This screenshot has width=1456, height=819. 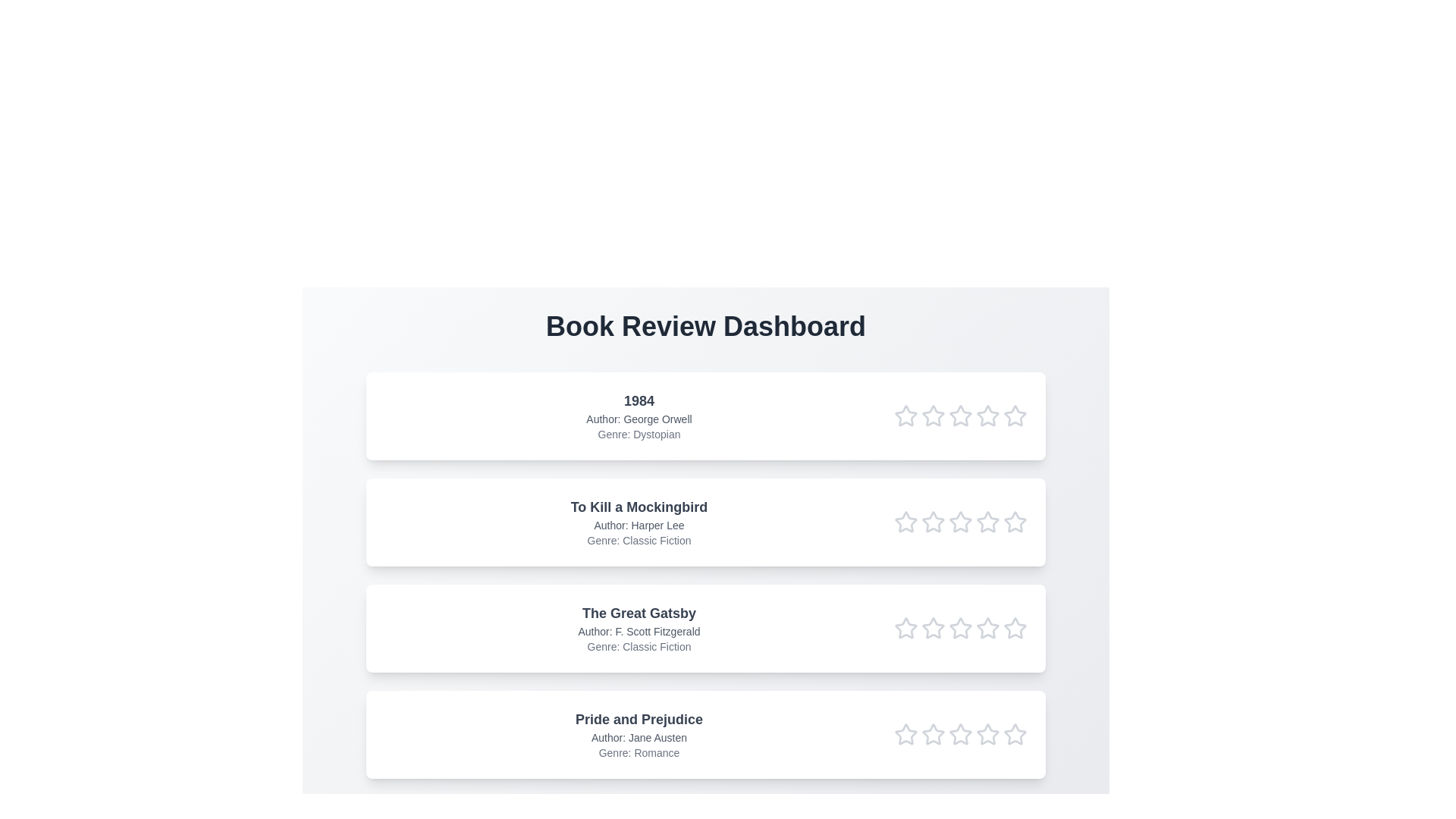 I want to click on the star corresponding to 2 in the rating row of the book titled To Kill a Mockingbird, so click(x=932, y=522).